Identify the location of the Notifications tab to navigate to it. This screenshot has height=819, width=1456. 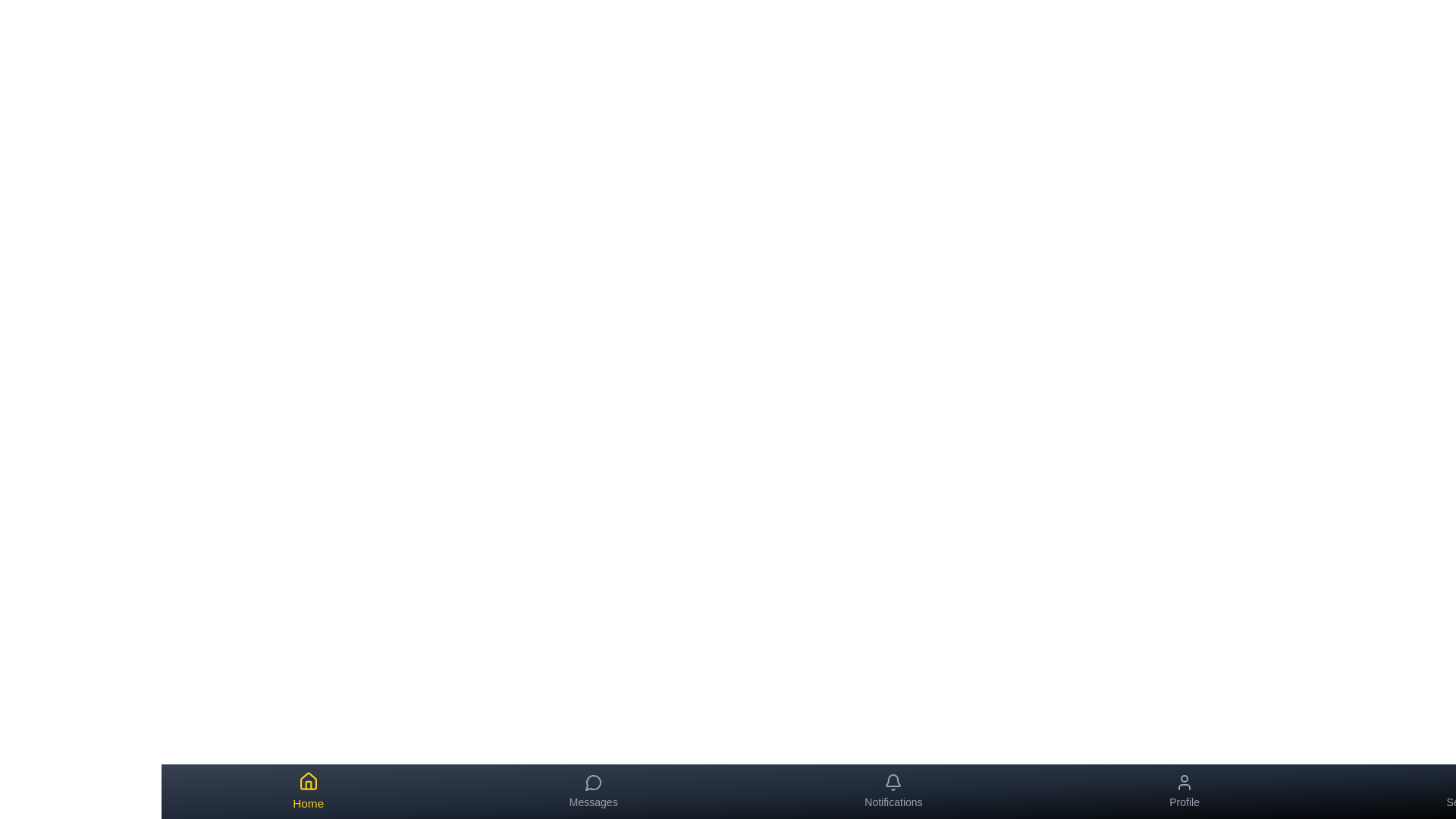
(893, 791).